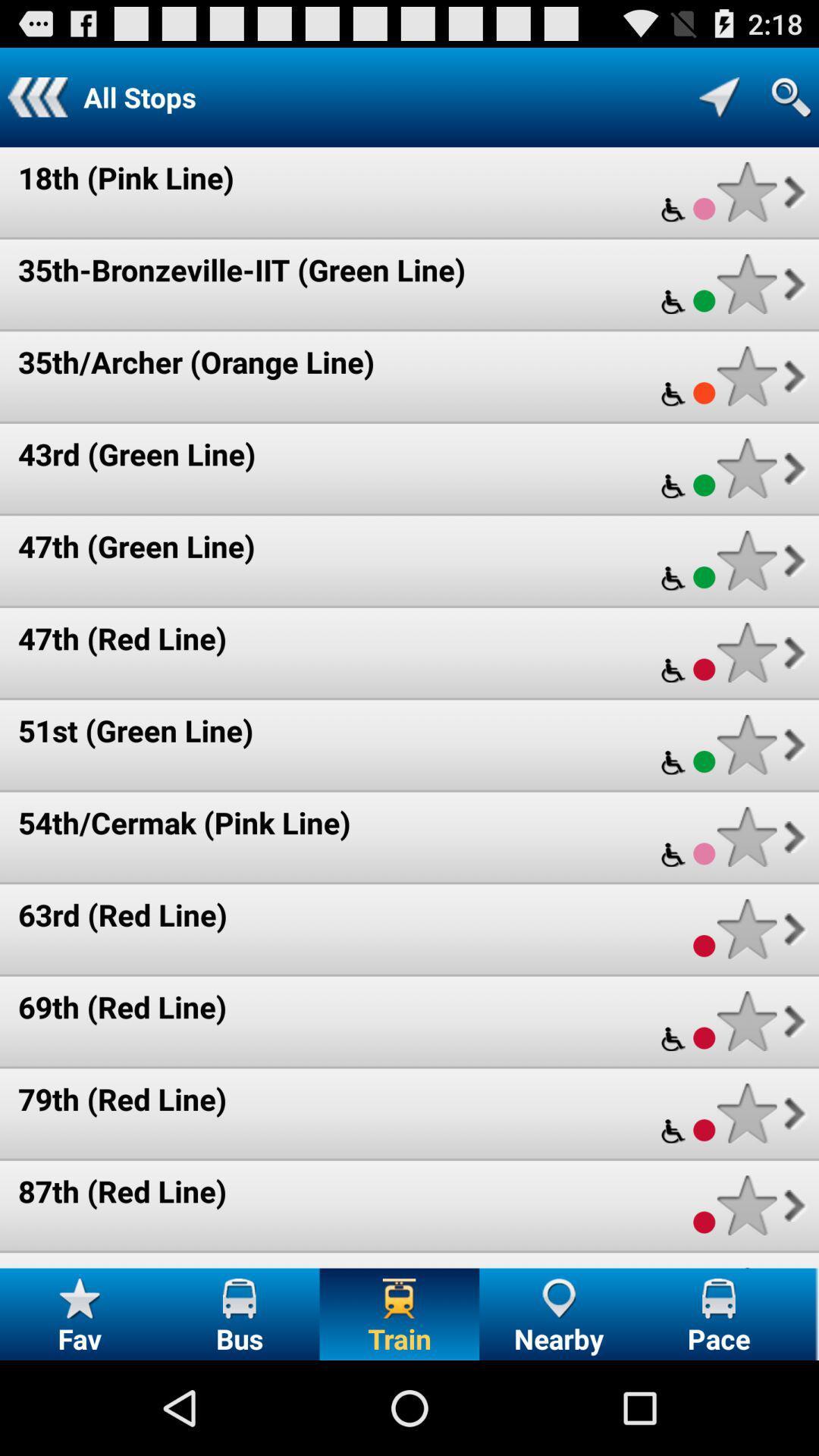 The width and height of the screenshot is (819, 1456). Describe the element at coordinates (790, 96) in the screenshot. I see `to search` at that location.